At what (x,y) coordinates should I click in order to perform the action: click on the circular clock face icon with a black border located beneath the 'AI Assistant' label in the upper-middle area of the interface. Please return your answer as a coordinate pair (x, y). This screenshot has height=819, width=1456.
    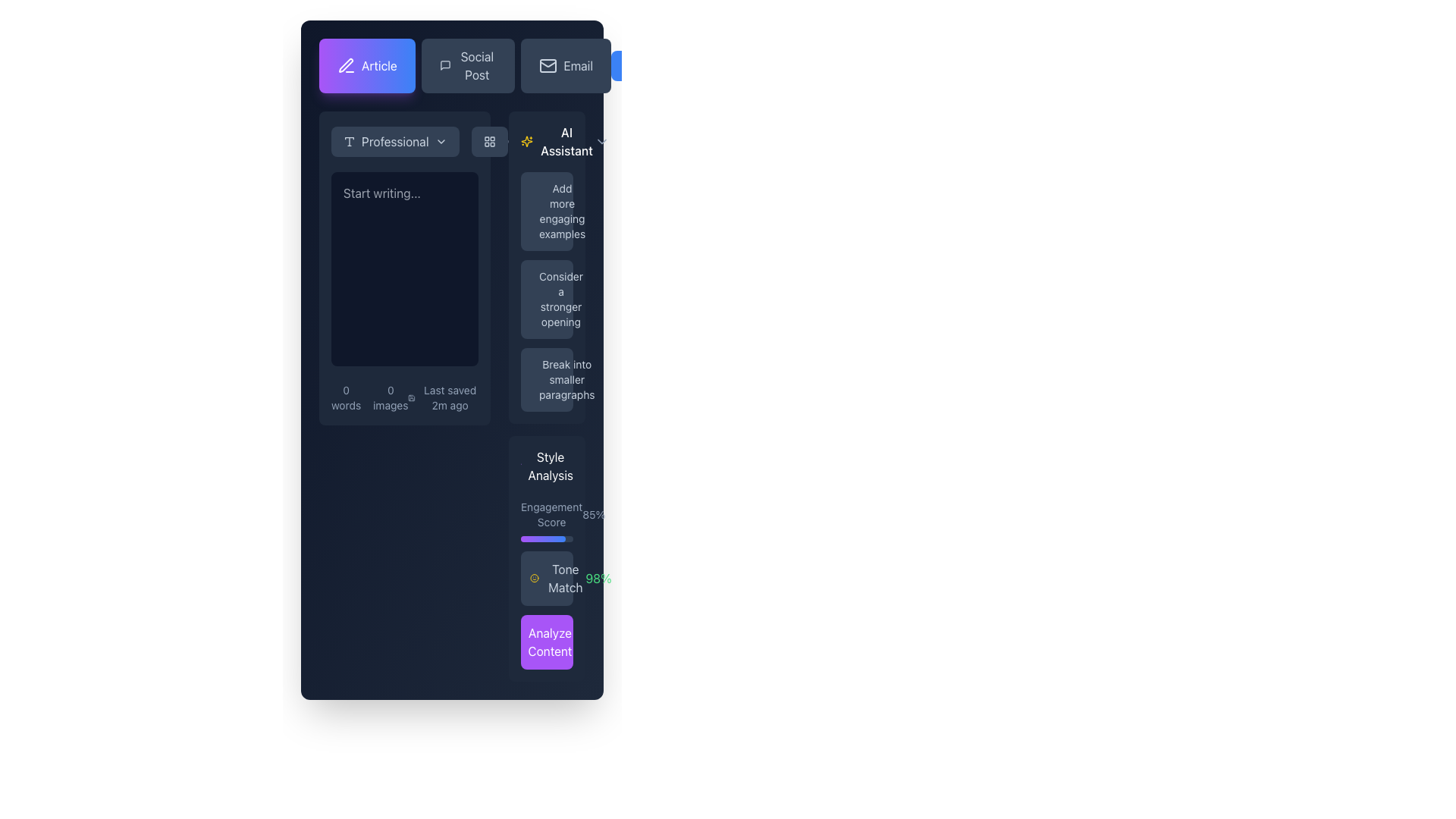
    Looking at the image, I should click on (511, 141).